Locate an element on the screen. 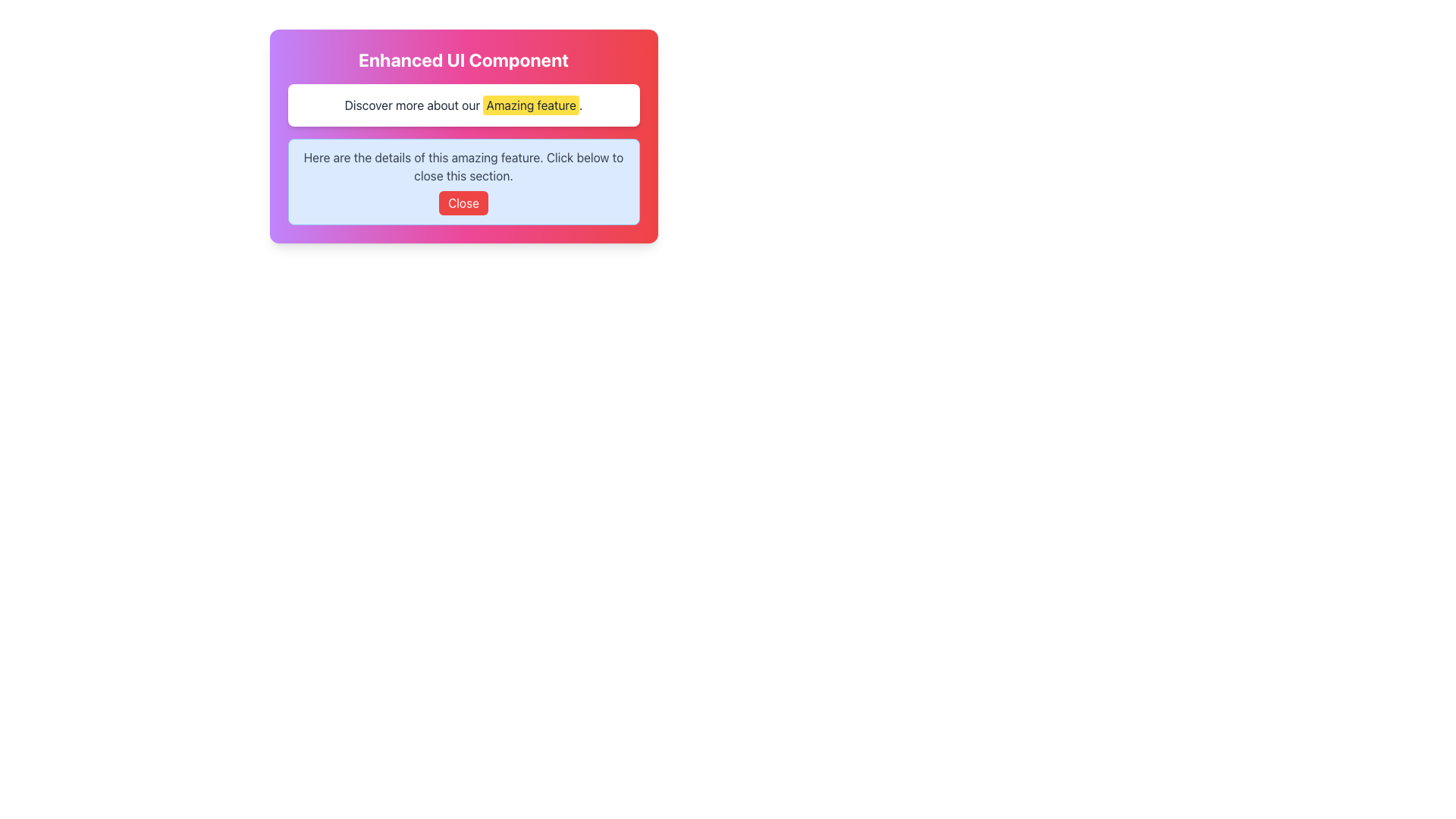  the text highlight that emphasizes the words 'Amazing feature' within the sentence 'Discover more about our Amazing feature.' is located at coordinates (531, 104).